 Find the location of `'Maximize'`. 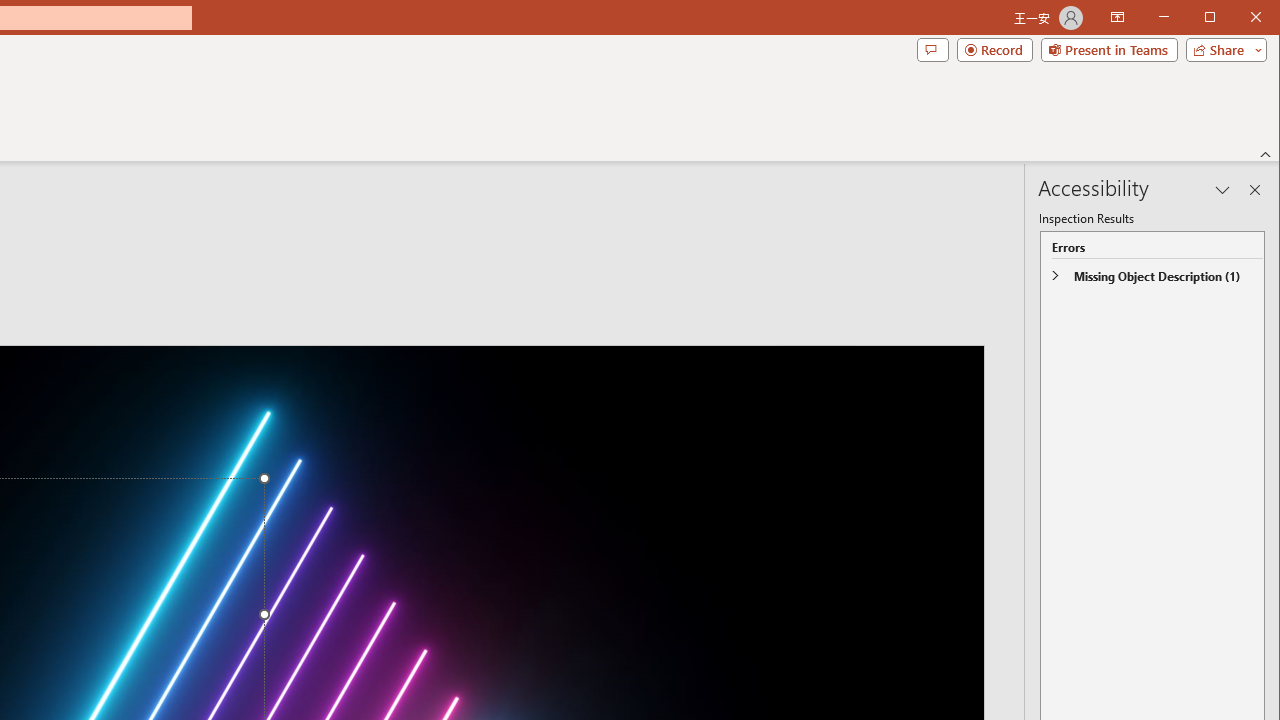

'Maximize' is located at coordinates (1238, 19).